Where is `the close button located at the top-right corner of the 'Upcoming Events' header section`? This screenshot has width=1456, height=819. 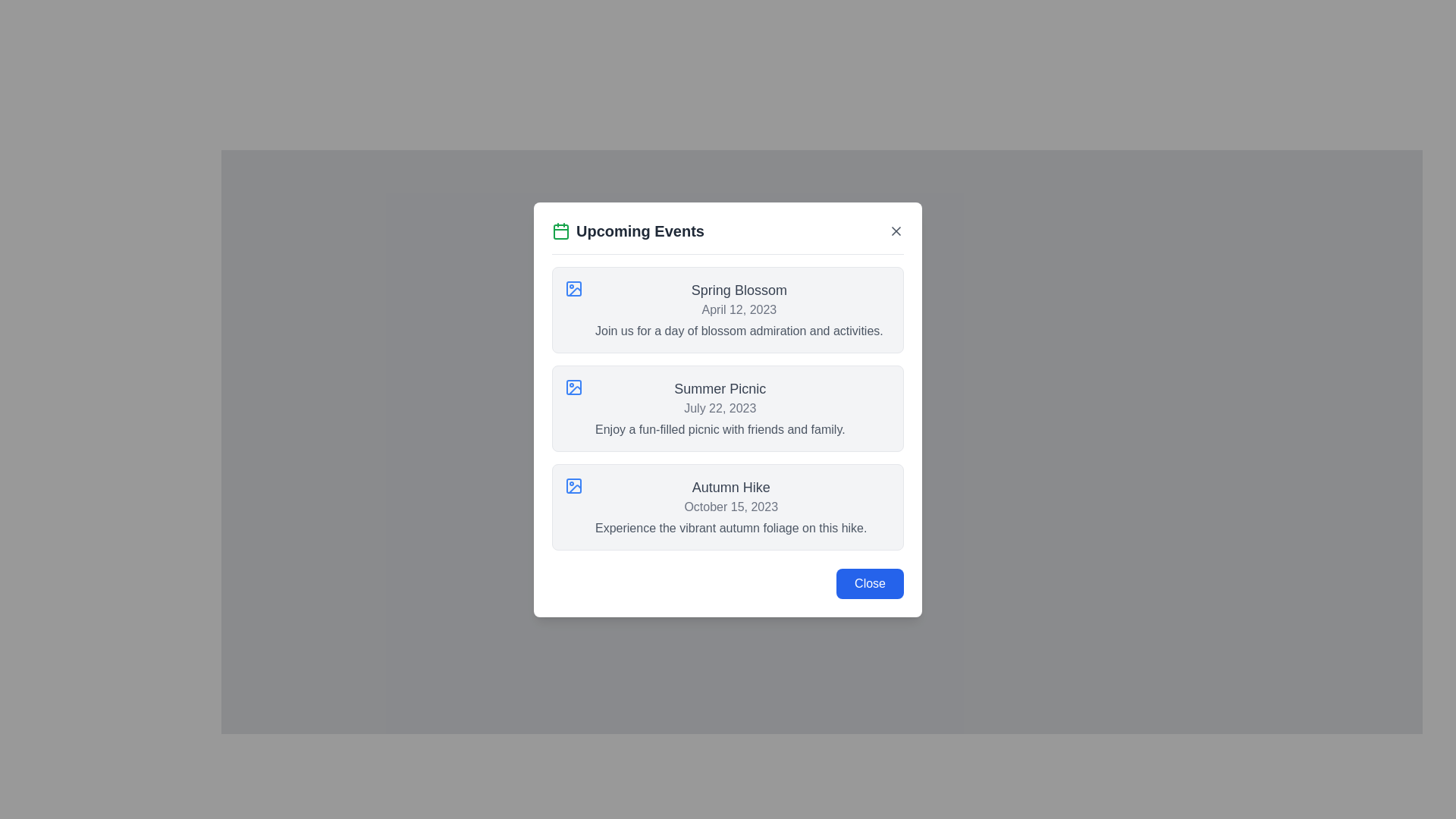 the close button located at the top-right corner of the 'Upcoming Events' header section is located at coordinates (896, 231).